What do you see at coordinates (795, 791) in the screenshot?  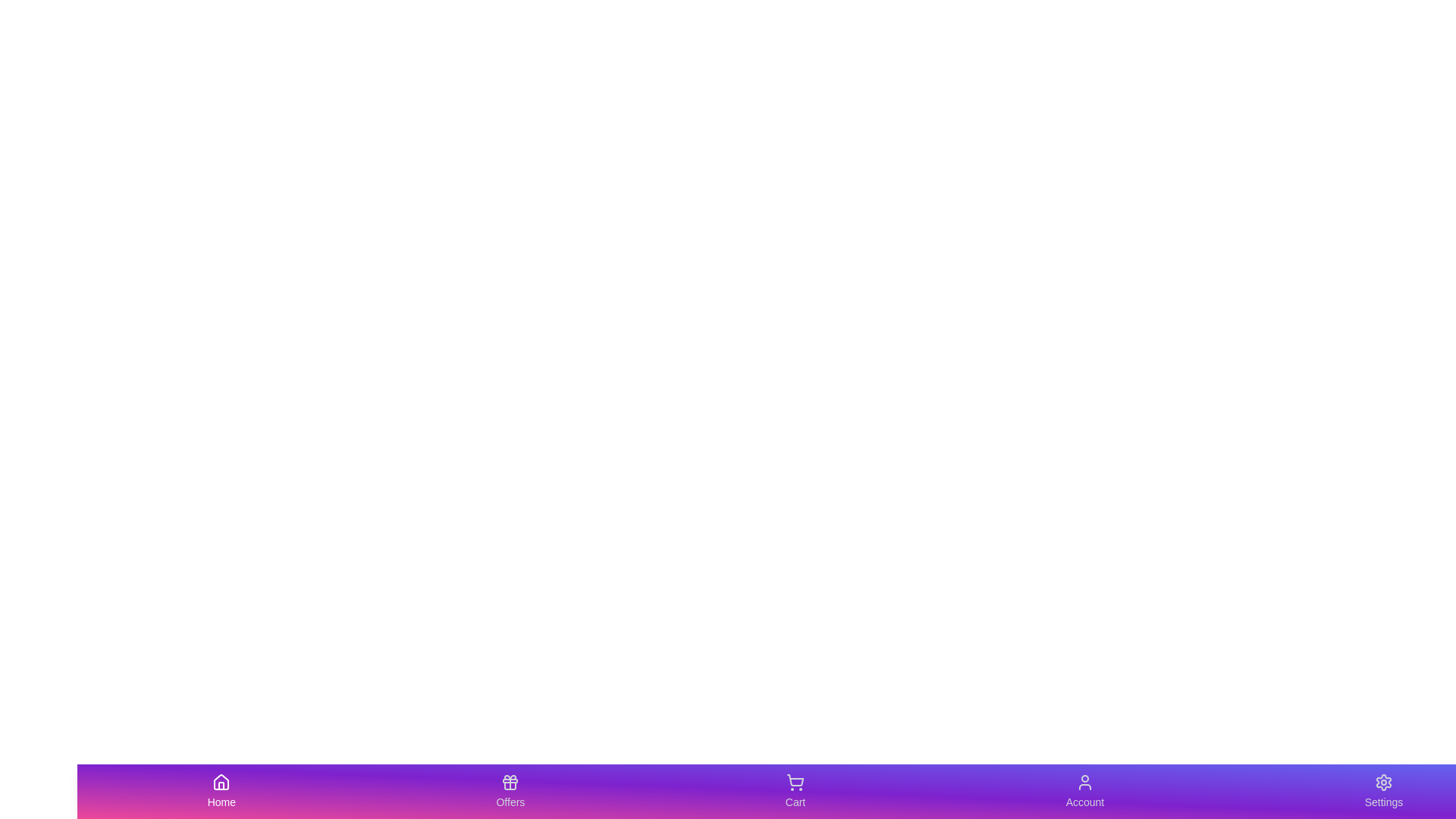 I see `the tab labeled Cart` at bounding box center [795, 791].